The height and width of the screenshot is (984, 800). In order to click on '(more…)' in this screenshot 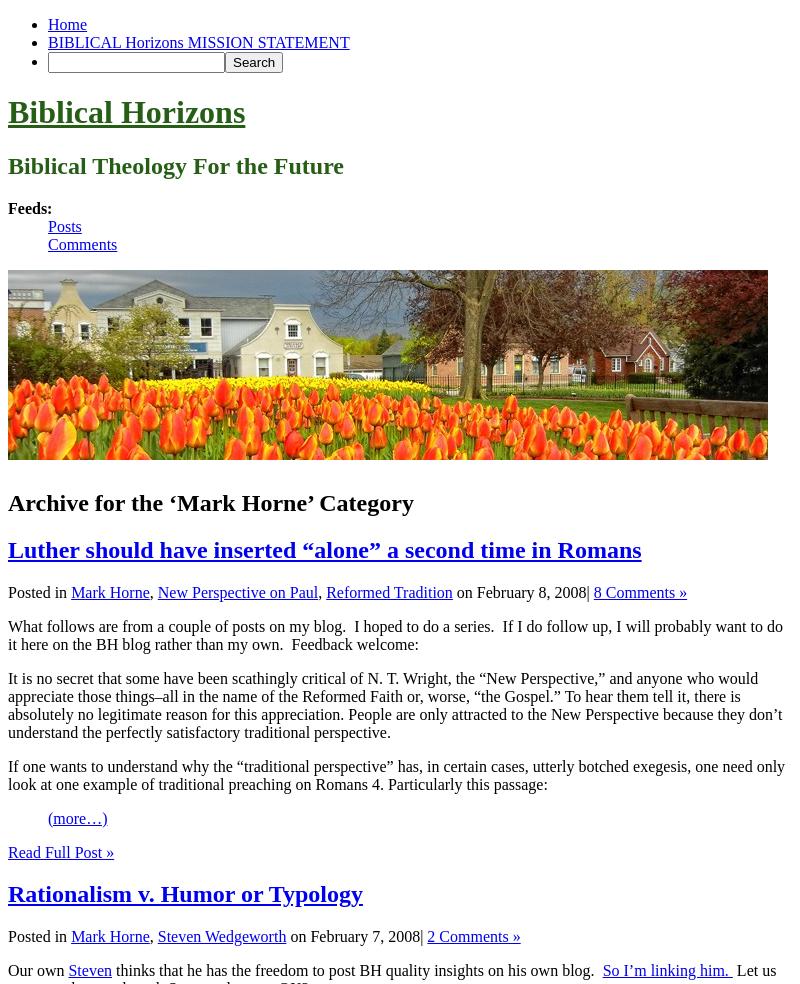, I will do `click(77, 816)`.